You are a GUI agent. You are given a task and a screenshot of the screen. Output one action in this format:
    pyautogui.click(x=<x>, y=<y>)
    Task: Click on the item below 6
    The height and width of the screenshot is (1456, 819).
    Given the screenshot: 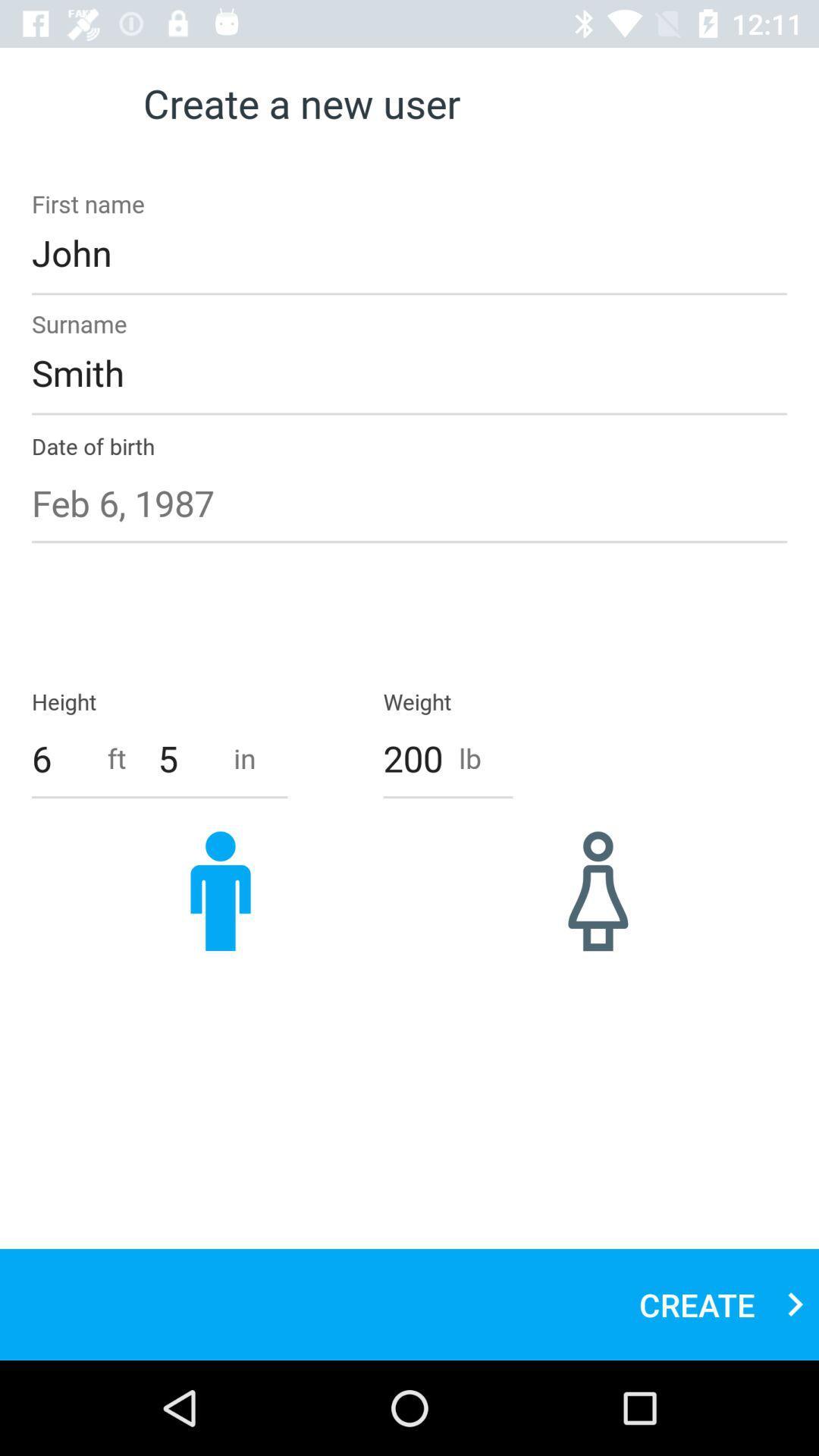 What is the action you would take?
    pyautogui.click(x=220, y=890)
    